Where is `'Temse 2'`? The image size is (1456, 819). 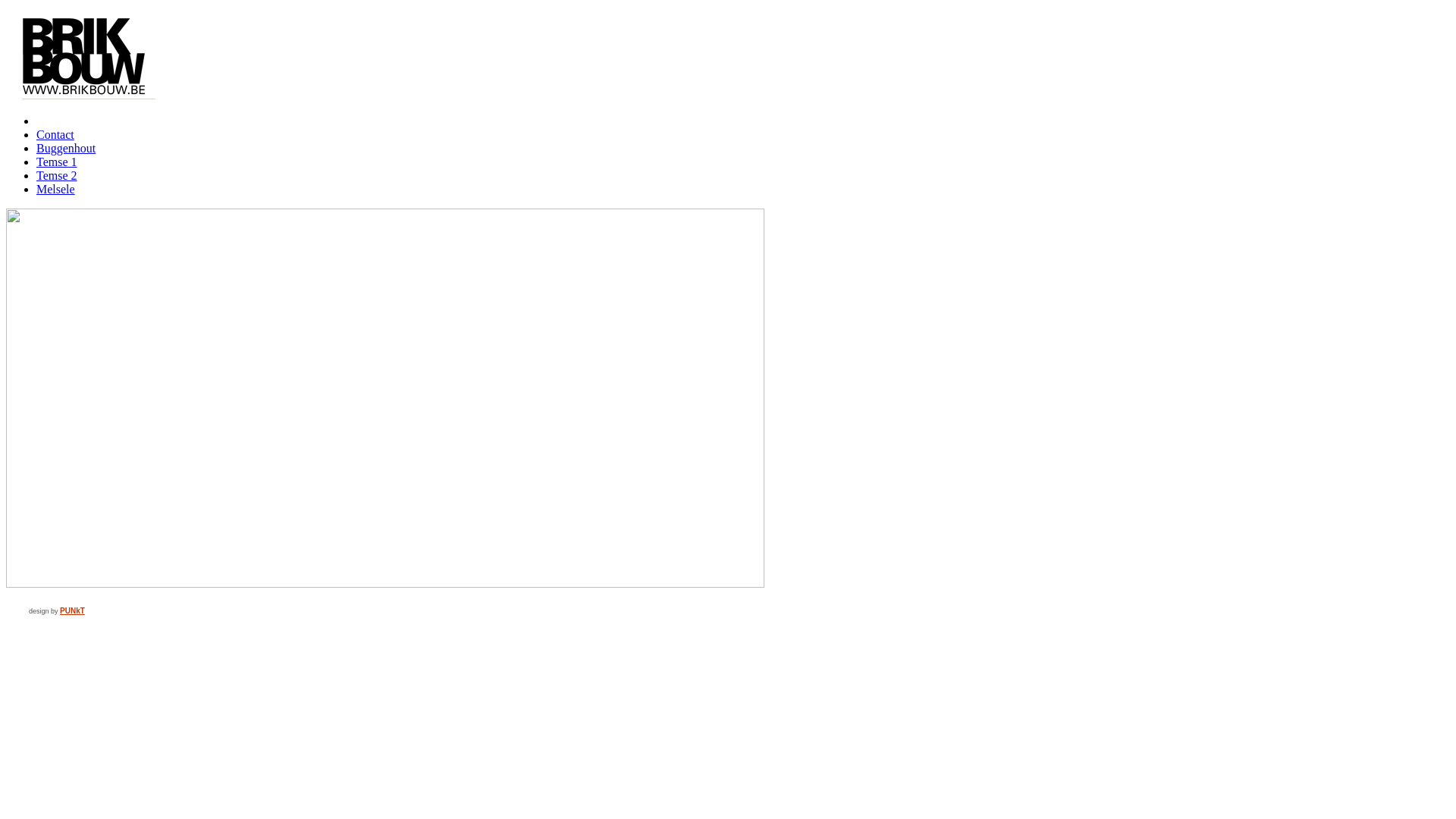
'Temse 2' is located at coordinates (57, 174).